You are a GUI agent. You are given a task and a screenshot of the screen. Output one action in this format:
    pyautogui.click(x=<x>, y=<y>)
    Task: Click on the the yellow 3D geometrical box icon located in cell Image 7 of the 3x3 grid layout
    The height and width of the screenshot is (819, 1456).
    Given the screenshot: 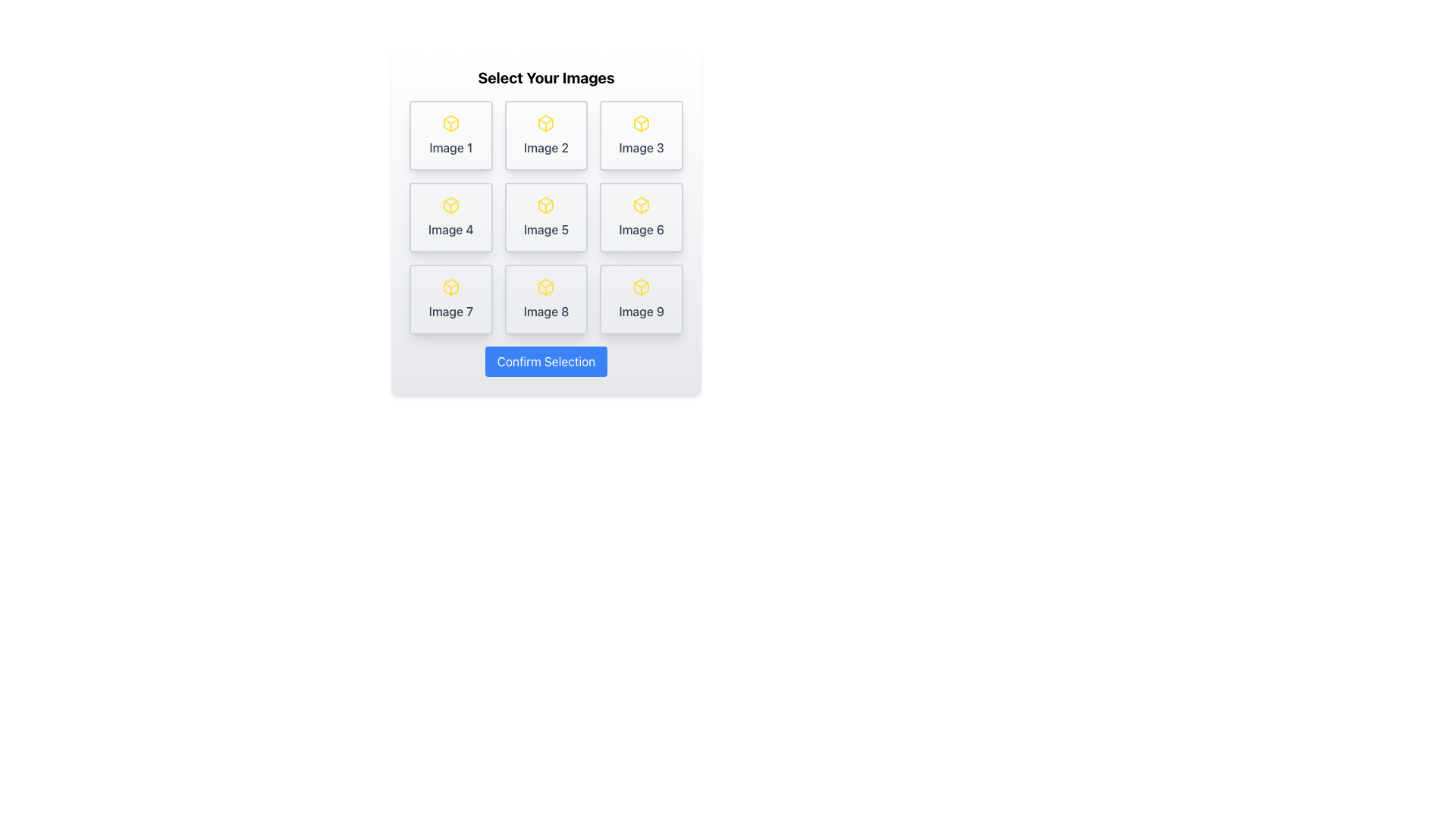 What is the action you would take?
    pyautogui.click(x=450, y=287)
    